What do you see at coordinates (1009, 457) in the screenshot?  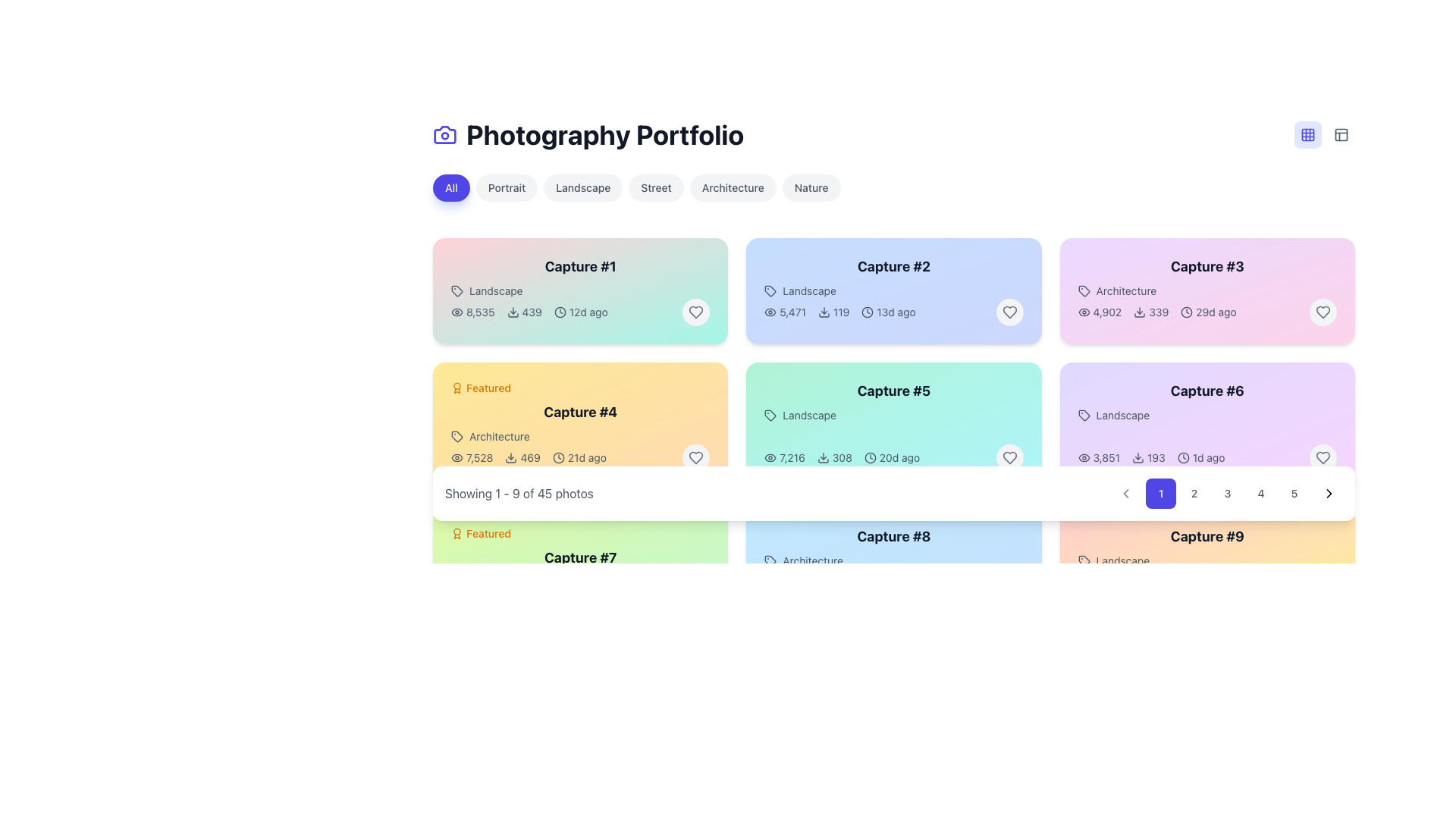 I see `the favorite button located in the top-right corner of the card labeled 'Capture #5' to like the item` at bounding box center [1009, 457].